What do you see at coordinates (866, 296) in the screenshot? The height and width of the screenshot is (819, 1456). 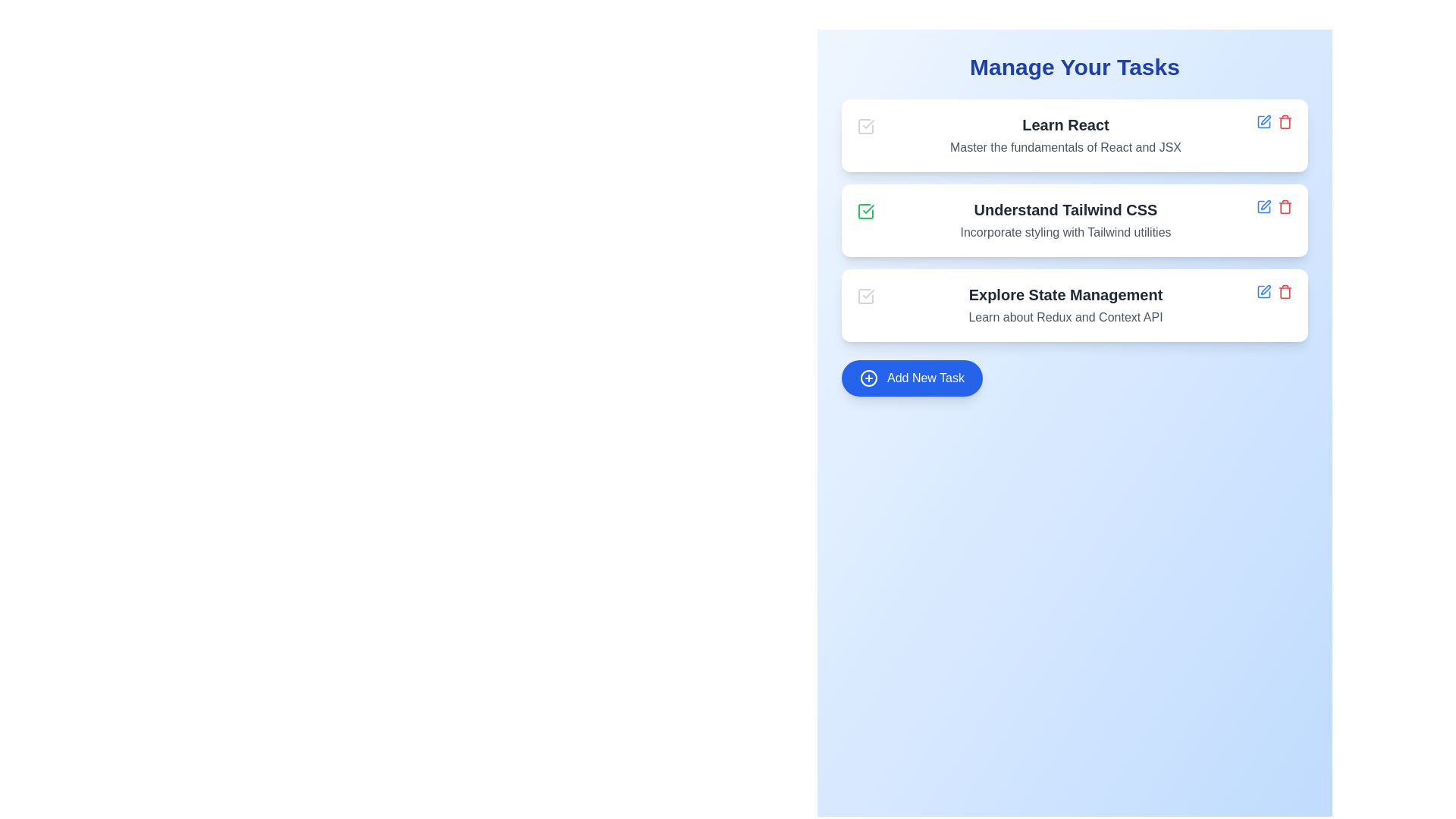 I see `the square-shaped icon with rounded edges, styled with a light gray border and transparent background, located to the left of the task's title in the third task entry under 'Manage Your Tasks'` at bounding box center [866, 296].